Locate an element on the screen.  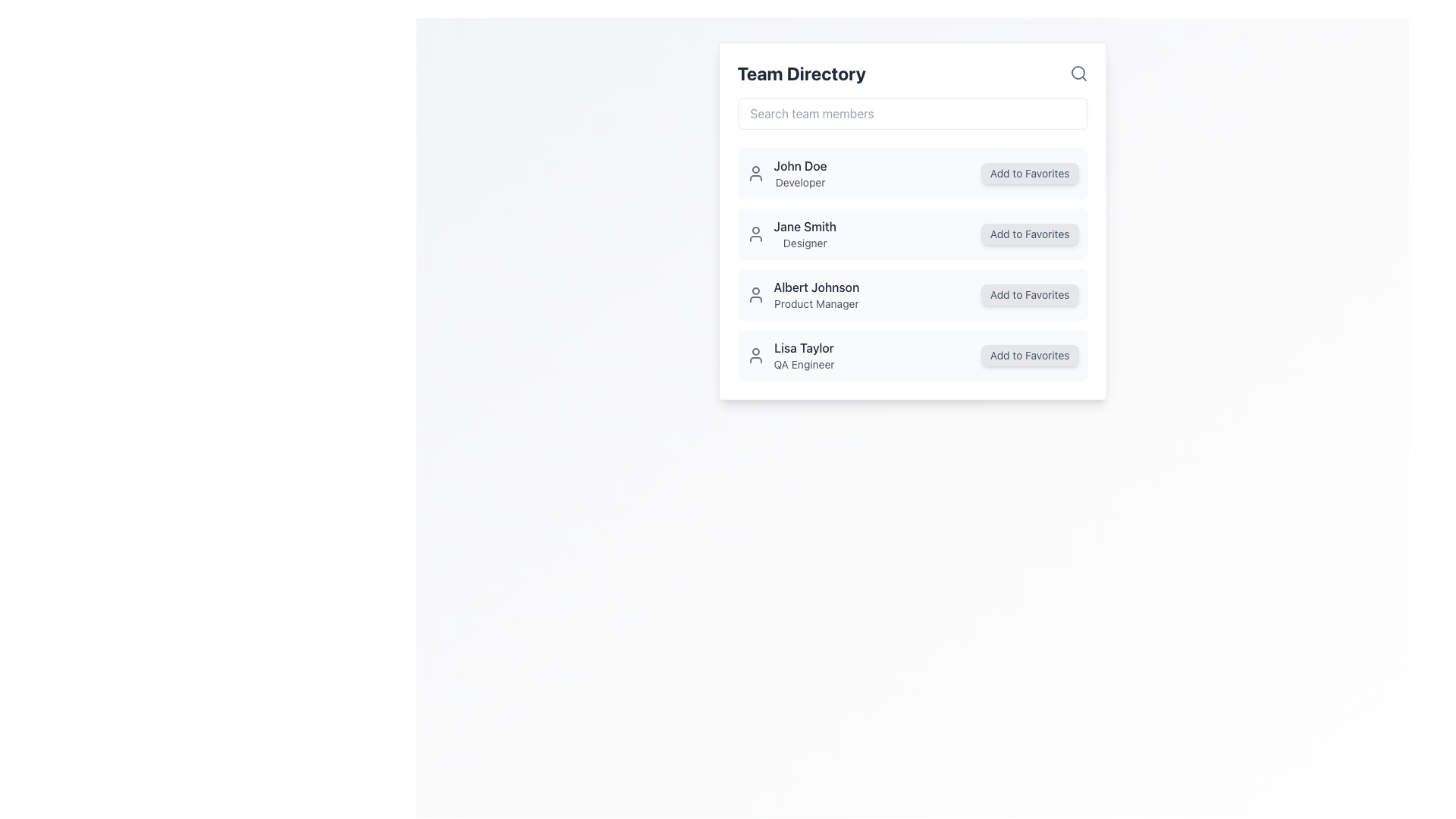
role of the person identified by the text 'Developer', which is displayed in a small gray font directly below 'John Doe' in the Team Directory list is located at coordinates (799, 181).